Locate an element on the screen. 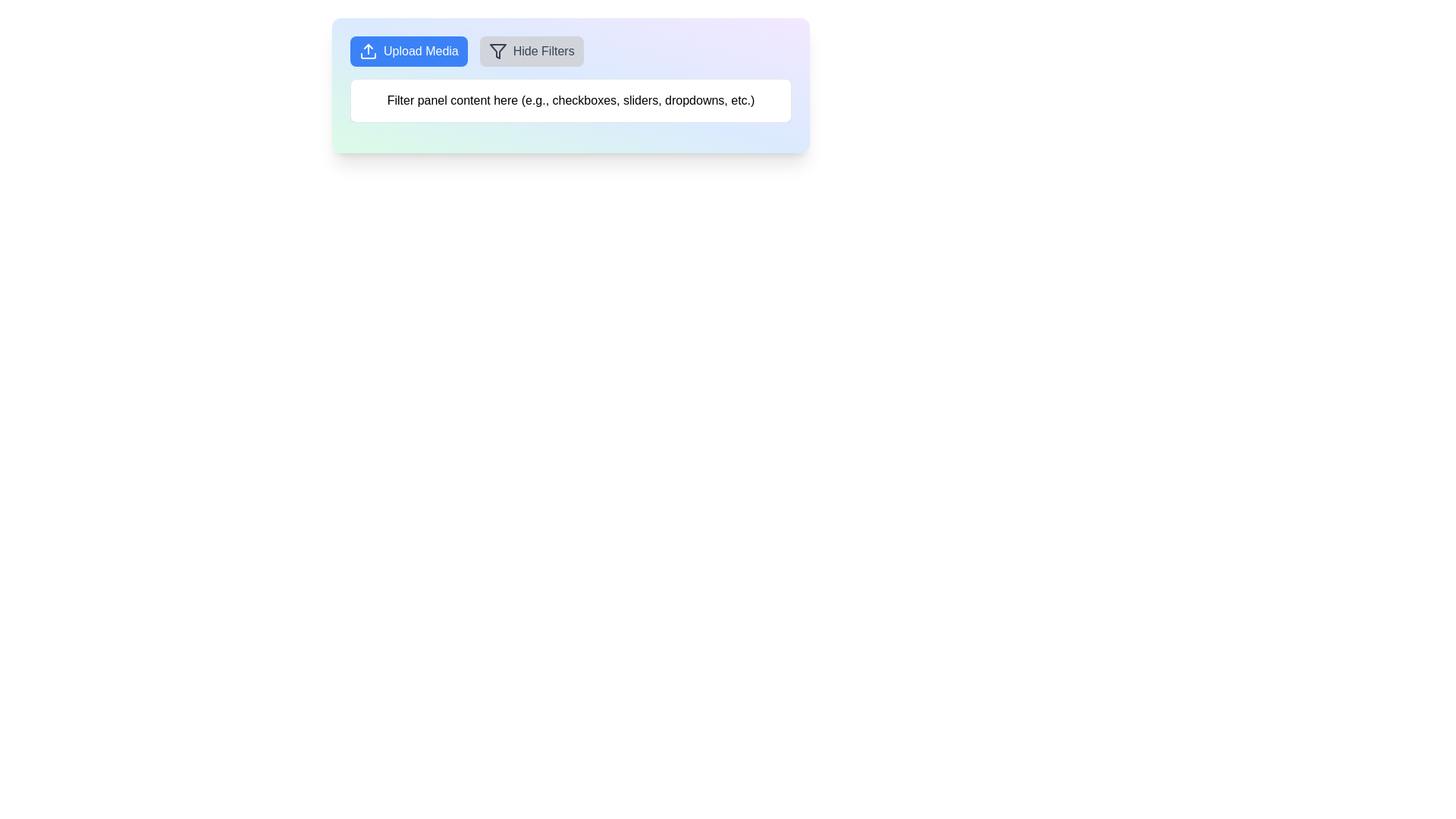  the 'Hide Filters' button located within the central filter interface panel to conceal the filter panel is located at coordinates (570, 85).